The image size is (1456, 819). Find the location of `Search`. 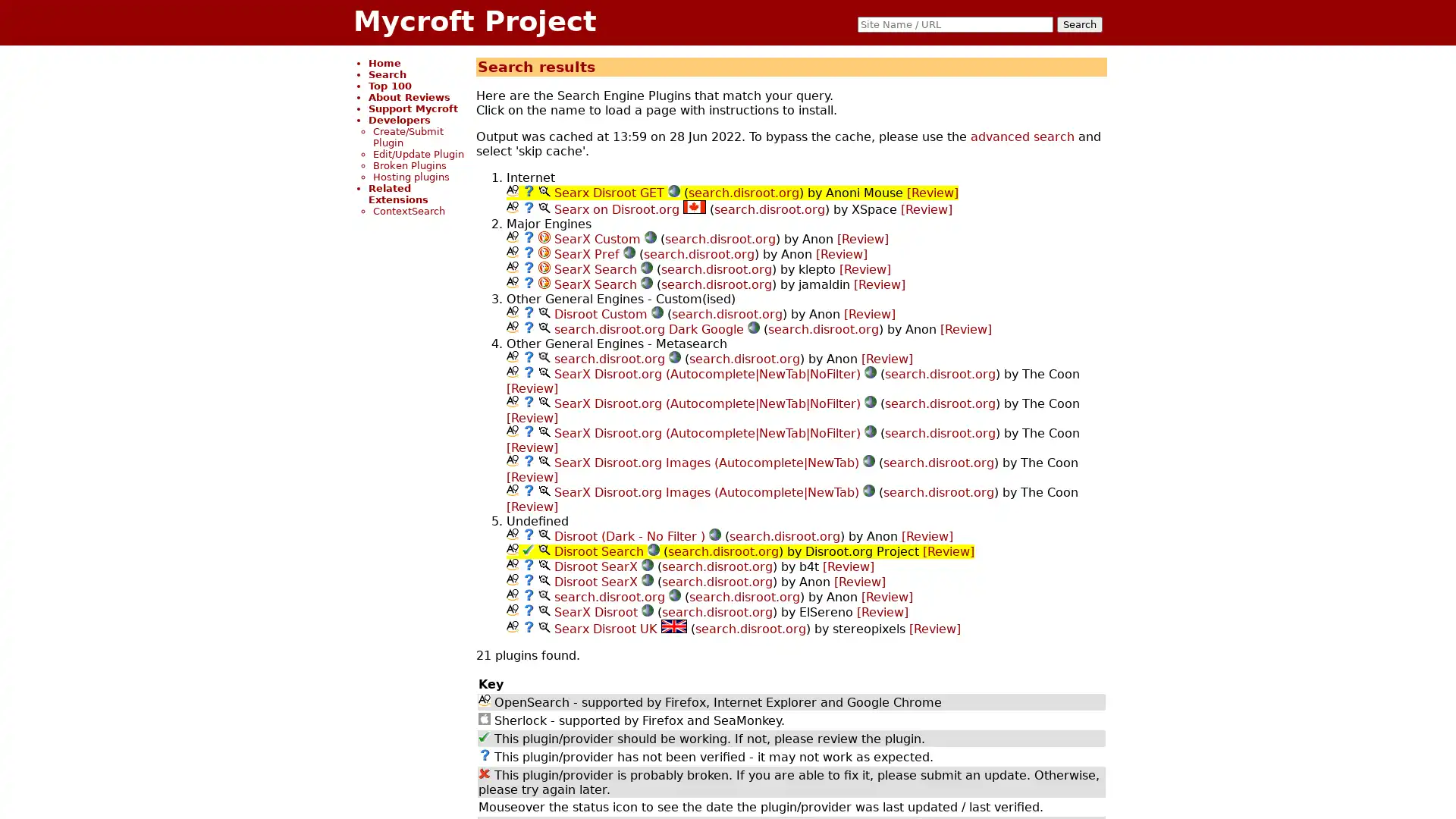

Search is located at coordinates (1079, 24).